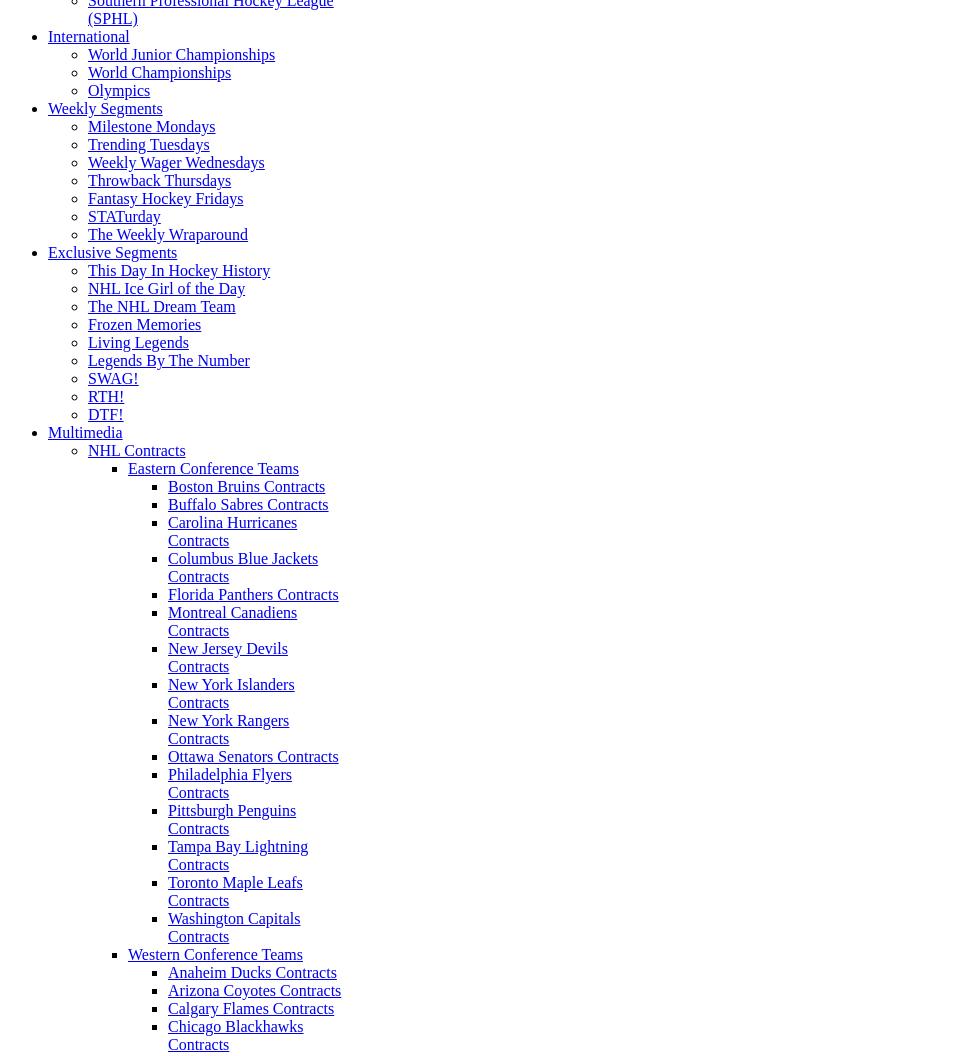 The height and width of the screenshot is (1056, 978). I want to click on 'Boston Bruins Contracts', so click(245, 485).